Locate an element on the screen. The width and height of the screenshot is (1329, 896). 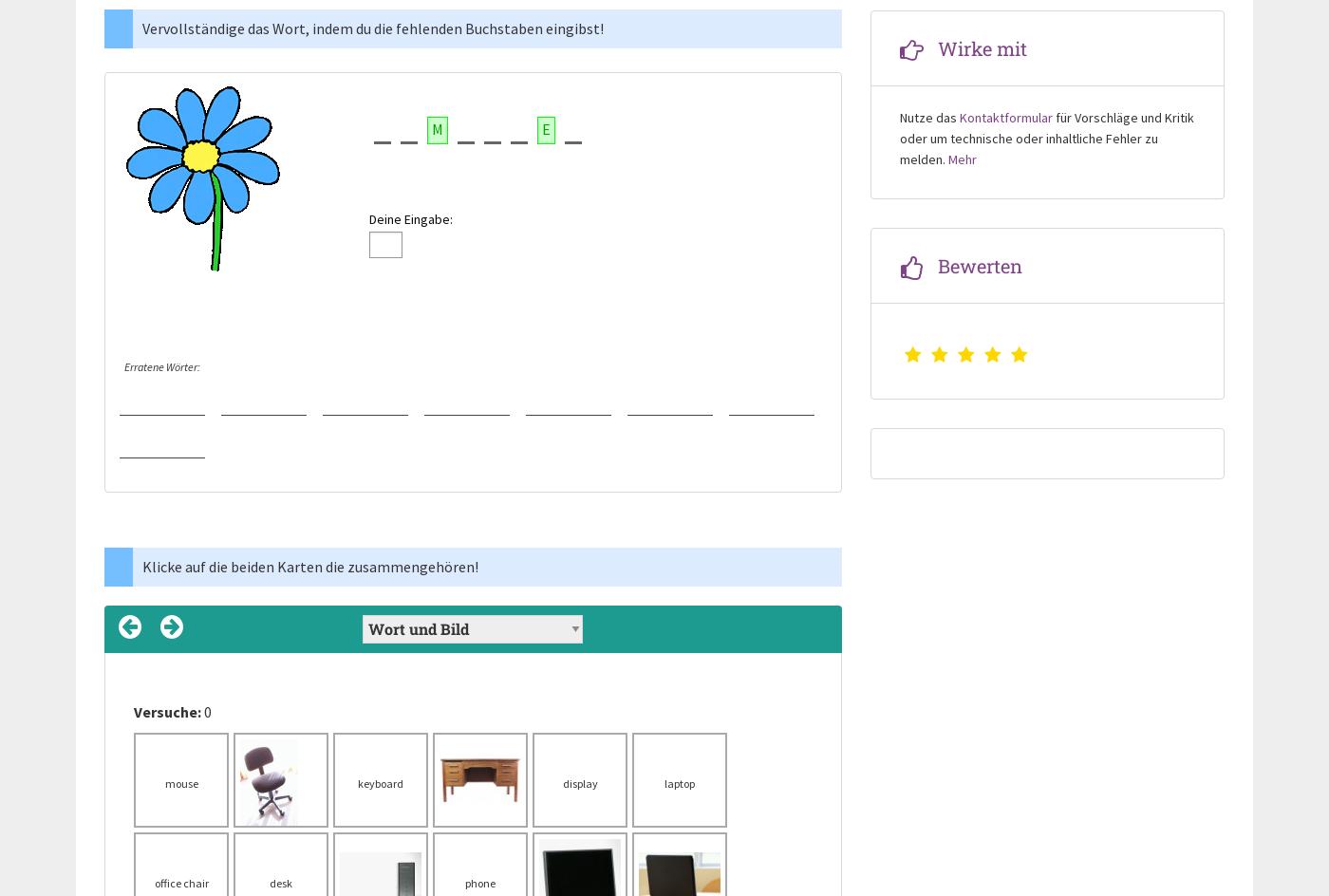
'Erratene Wörter:' is located at coordinates (161, 366).